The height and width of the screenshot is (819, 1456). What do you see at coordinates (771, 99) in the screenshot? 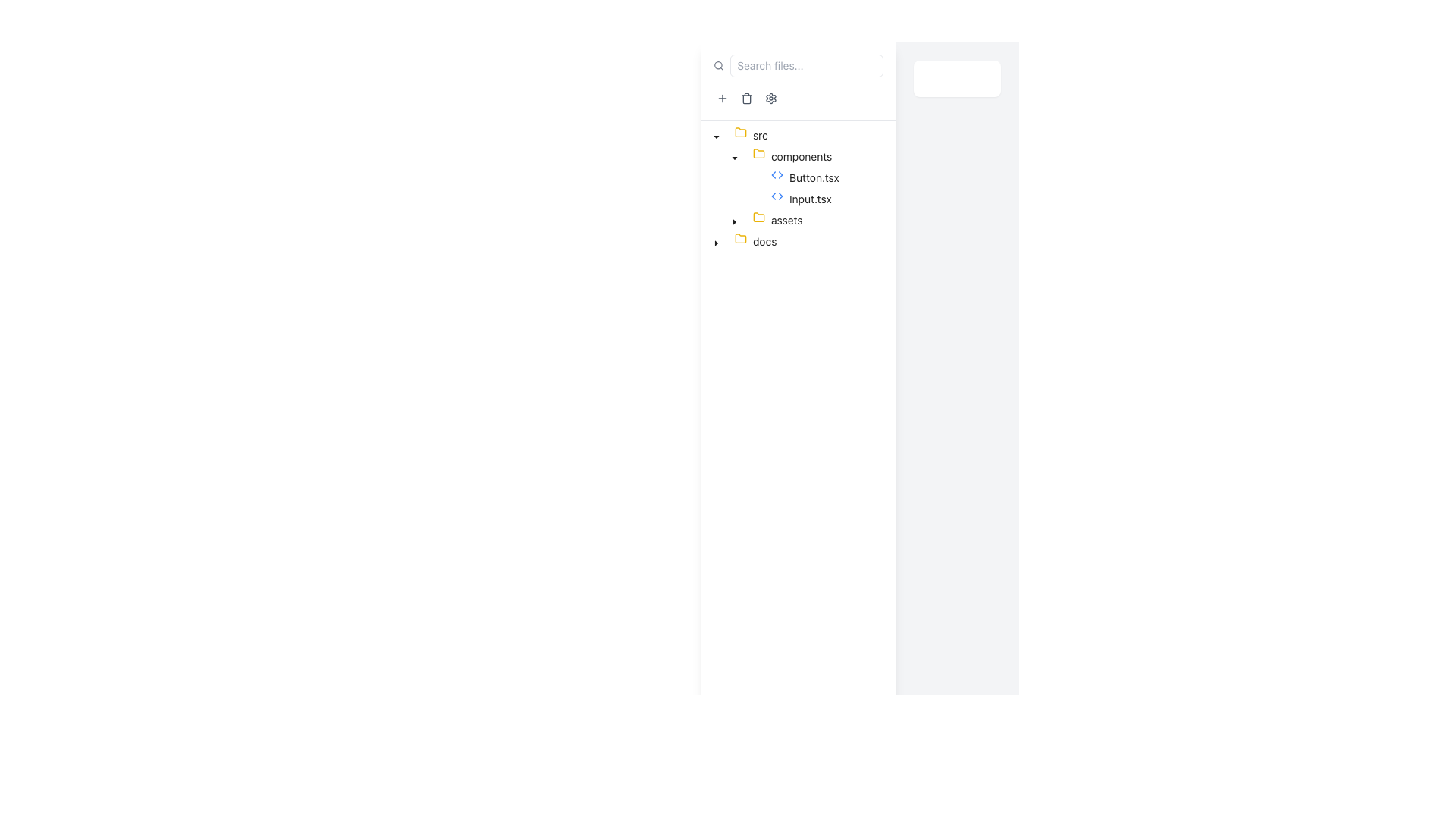
I see `the cogwheel-shaped icon representing settings located at the top-left panel of the interface, near the search bar` at bounding box center [771, 99].